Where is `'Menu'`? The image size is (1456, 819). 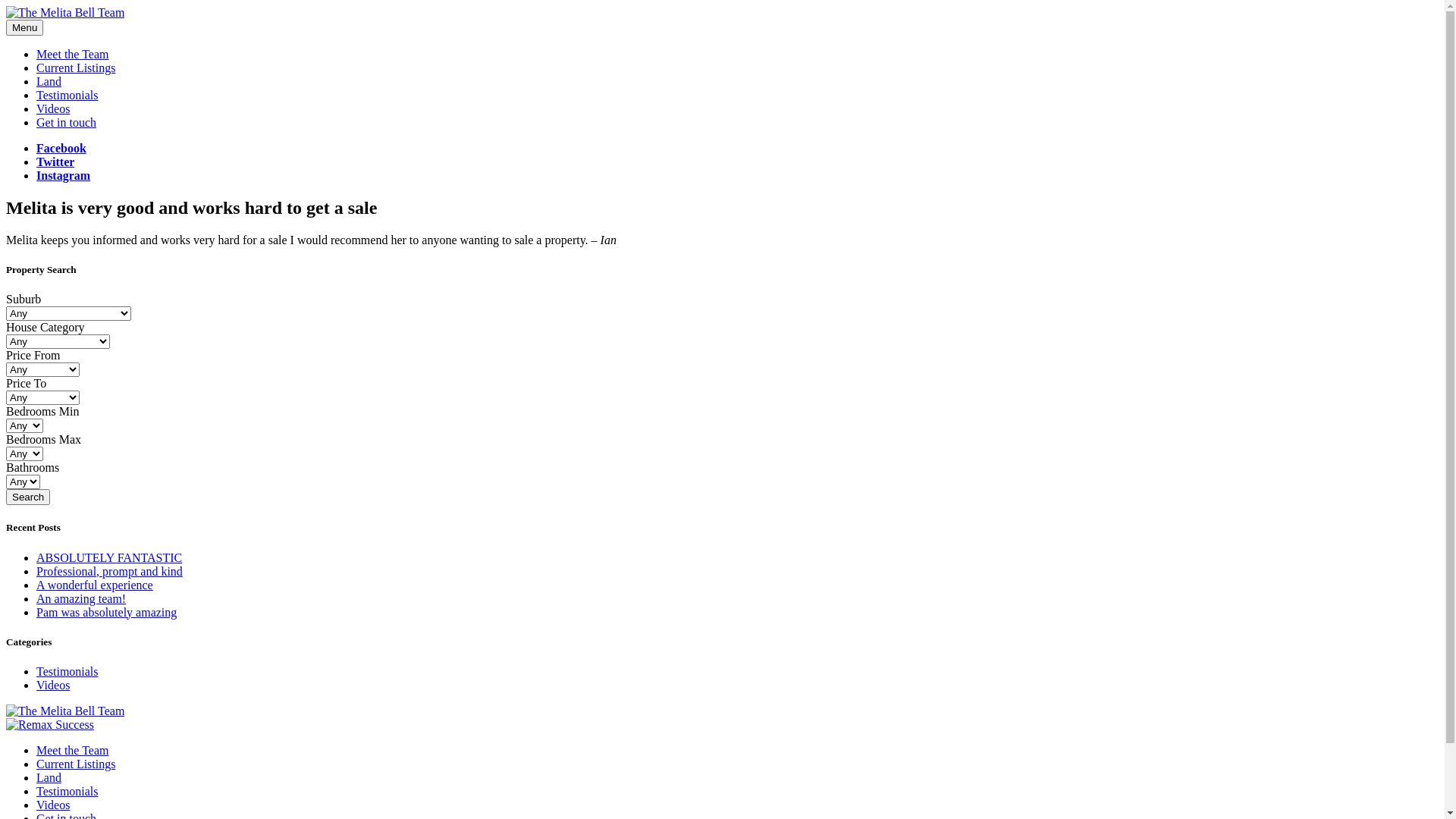
'Menu' is located at coordinates (24, 27).